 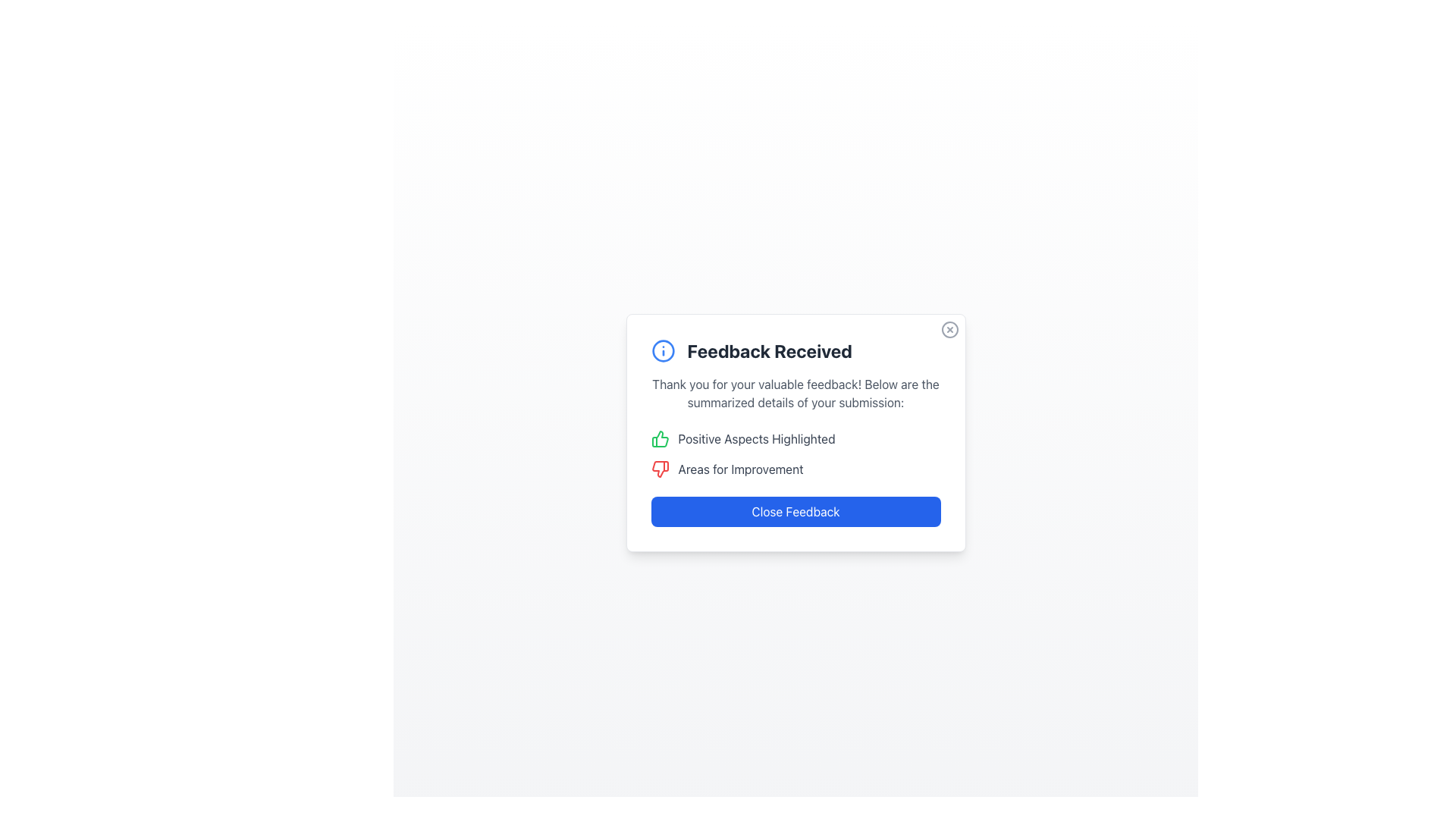 What do you see at coordinates (660, 468) in the screenshot?
I see `the red-colored thumbs-down icon that is positioned to the left of the text 'Areas for Improvement' in the feedback window` at bounding box center [660, 468].